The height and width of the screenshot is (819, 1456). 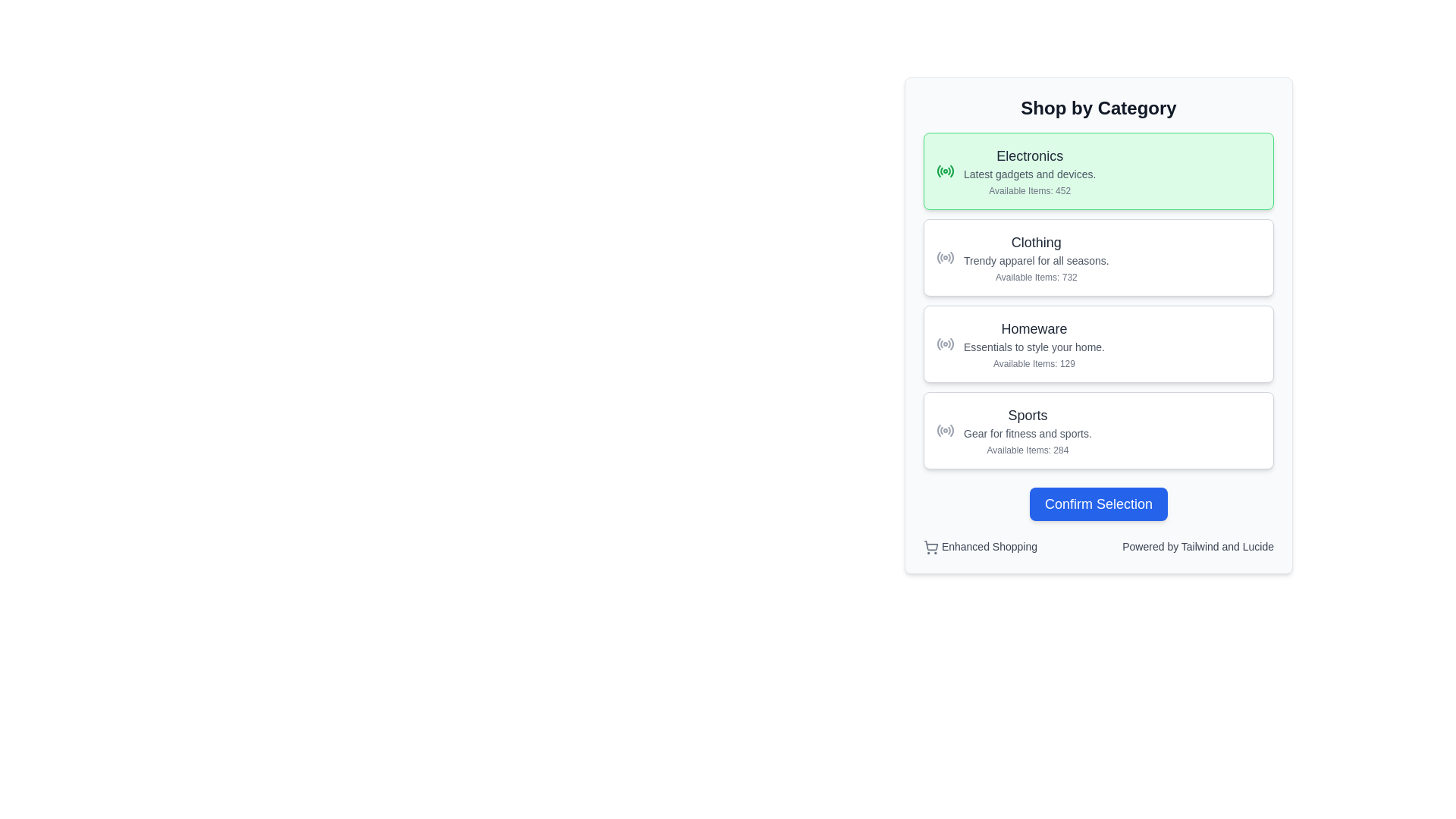 I want to click on the text label that acknowledges the interface is powered by Tailwind and Lucide, which is positioned to the right of 'Enhanced Shopping', so click(x=1197, y=547).